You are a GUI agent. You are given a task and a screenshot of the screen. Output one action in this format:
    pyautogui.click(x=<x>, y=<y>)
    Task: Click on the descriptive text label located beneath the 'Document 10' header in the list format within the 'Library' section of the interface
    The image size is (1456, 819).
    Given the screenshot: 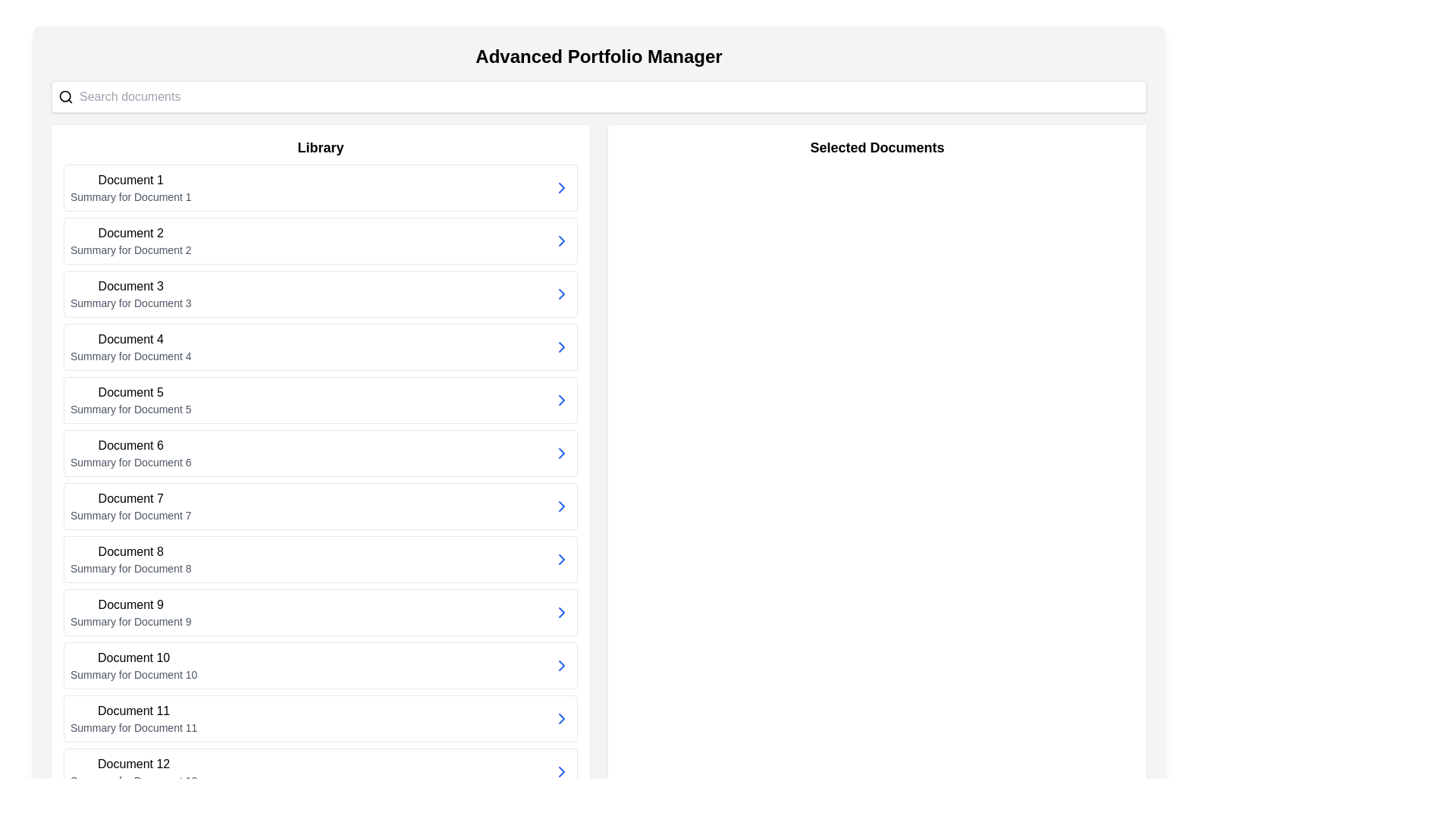 What is the action you would take?
    pyautogui.click(x=133, y=674)
    